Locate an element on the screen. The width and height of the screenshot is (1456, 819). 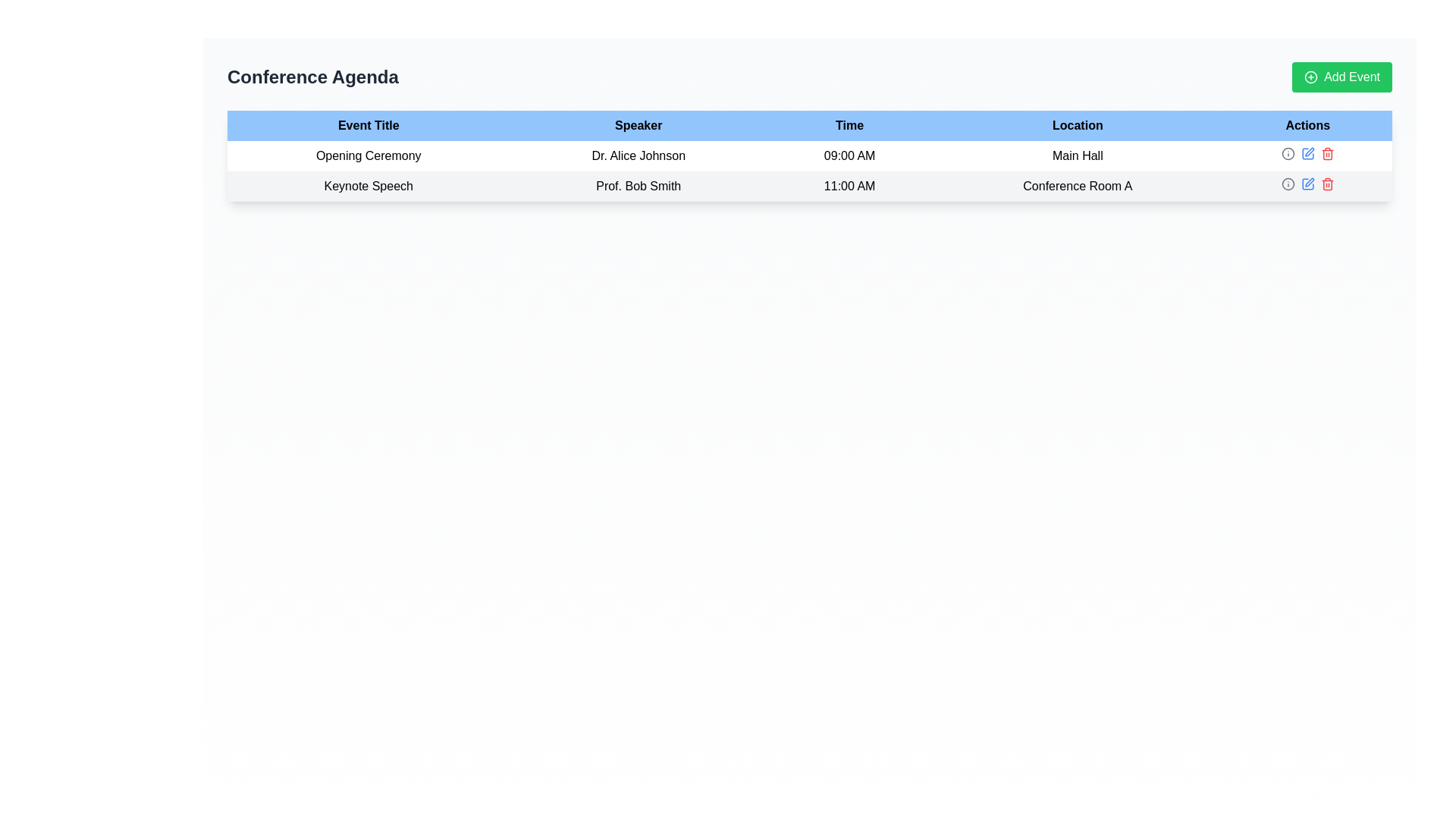
text content from the text field displaying 'Main Hall', which is located in the fourth column under the 'Location' header corresponding to the event 'Opening Ceremony' is located at coordinates (1077, 155).